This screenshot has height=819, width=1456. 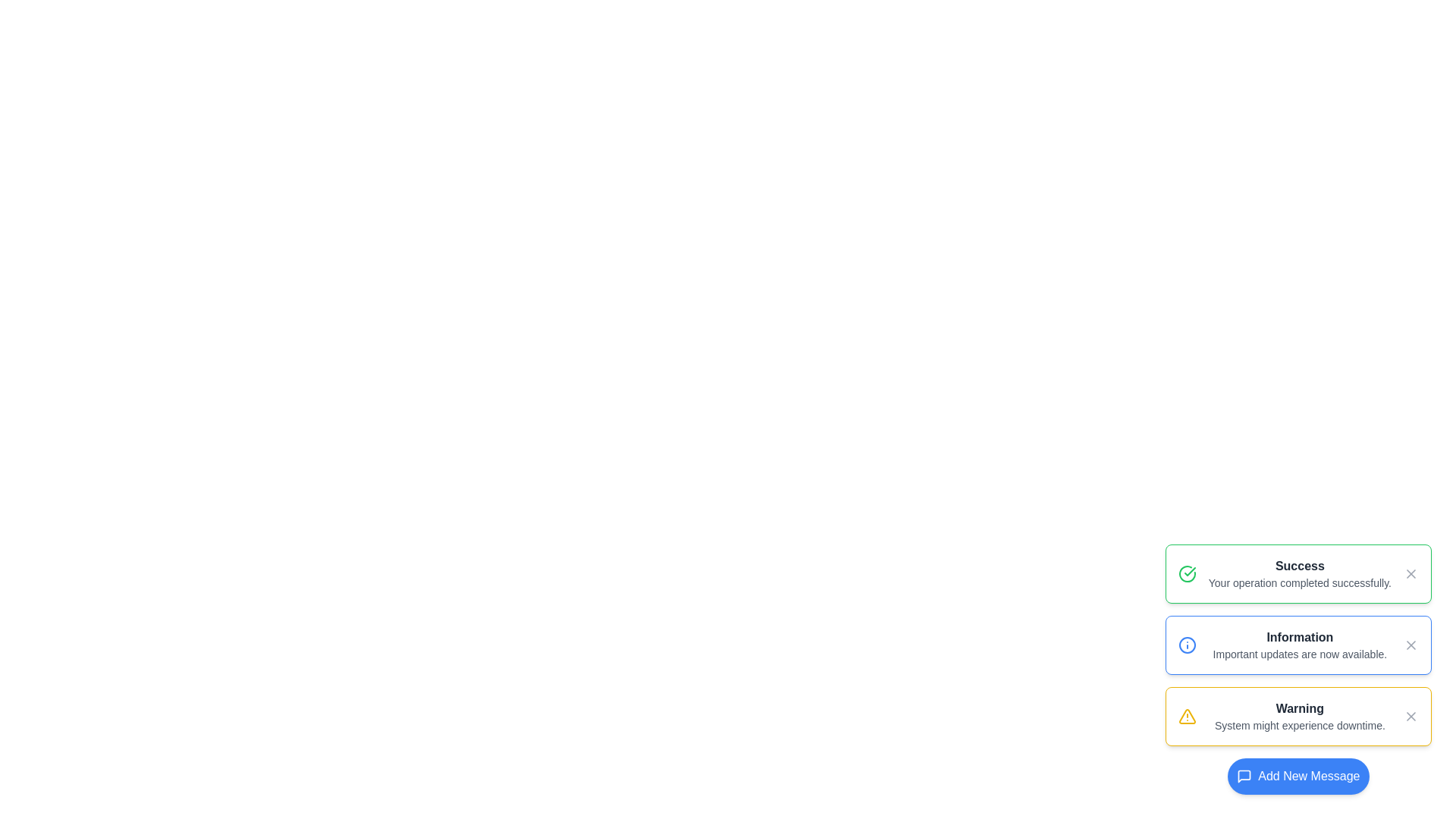 I want to click on the text block displaying 'Information' and 'Important updates are now available.' which is the second notification in the vertical list of notifications, so click(x=1299, y=645).